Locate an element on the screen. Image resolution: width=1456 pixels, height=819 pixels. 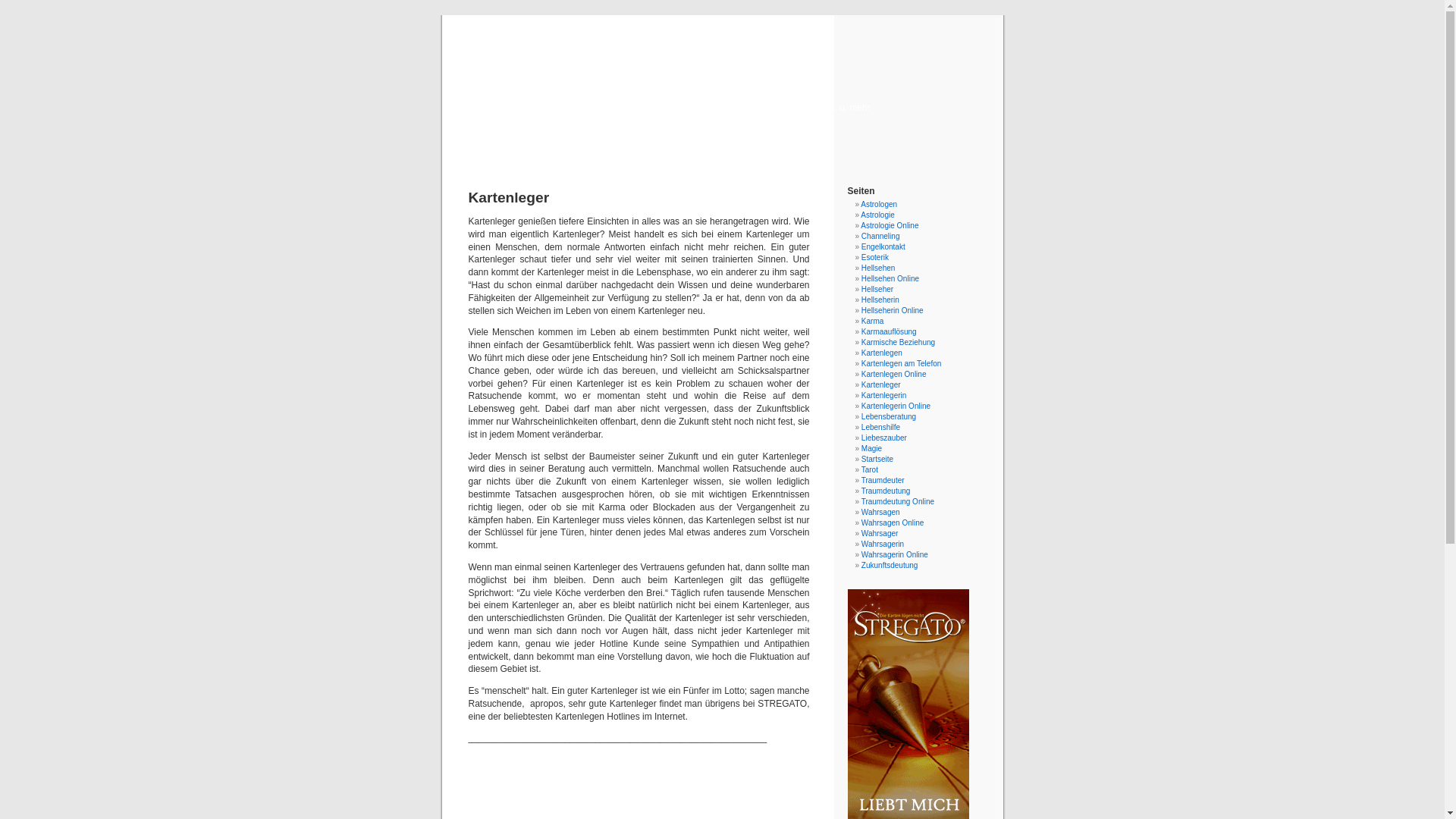
'Startseite' is located at coordinates (877, 458).